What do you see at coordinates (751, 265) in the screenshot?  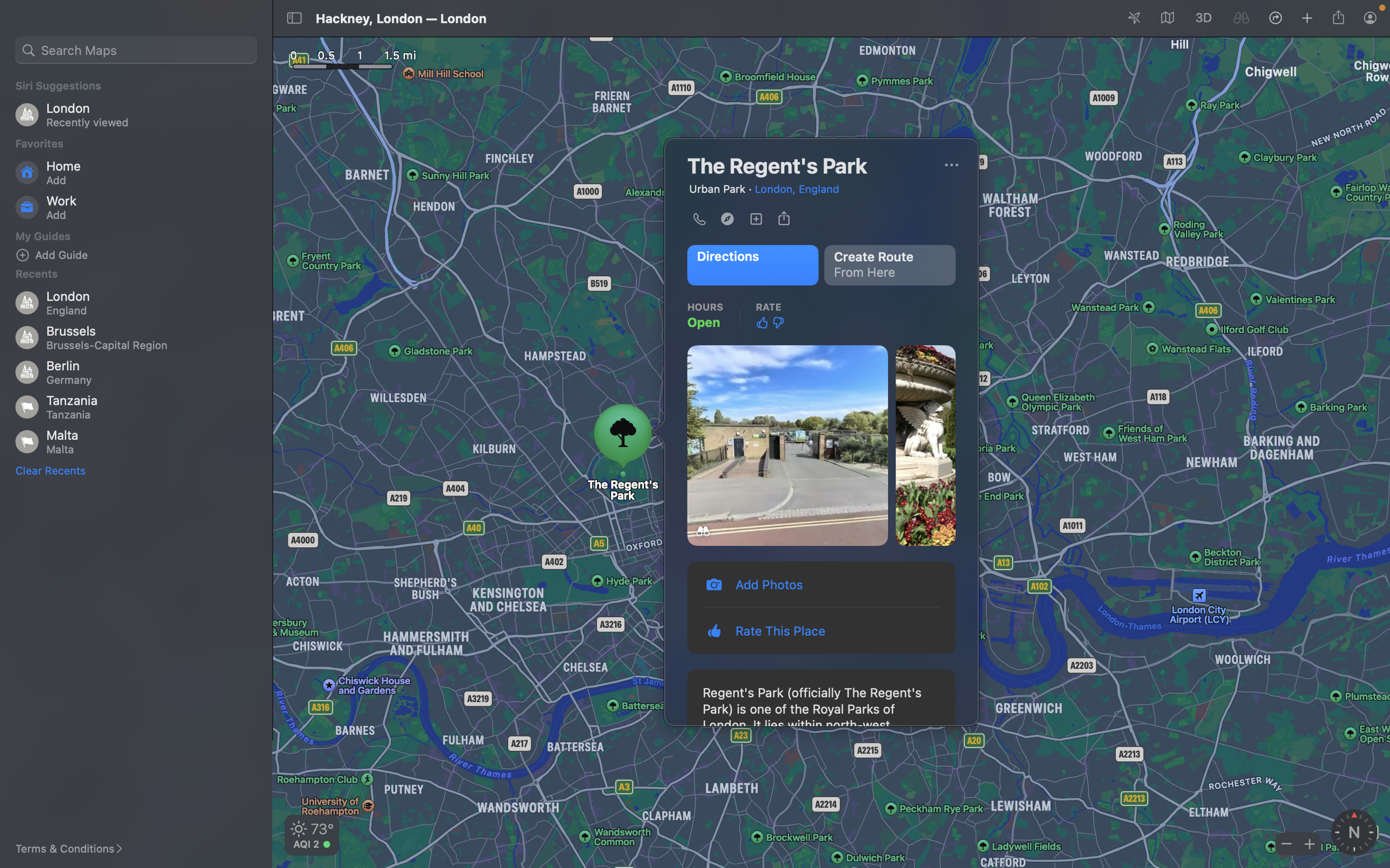 I see `Identify the course to the Regent"s path` at bounding box center [751, 265].